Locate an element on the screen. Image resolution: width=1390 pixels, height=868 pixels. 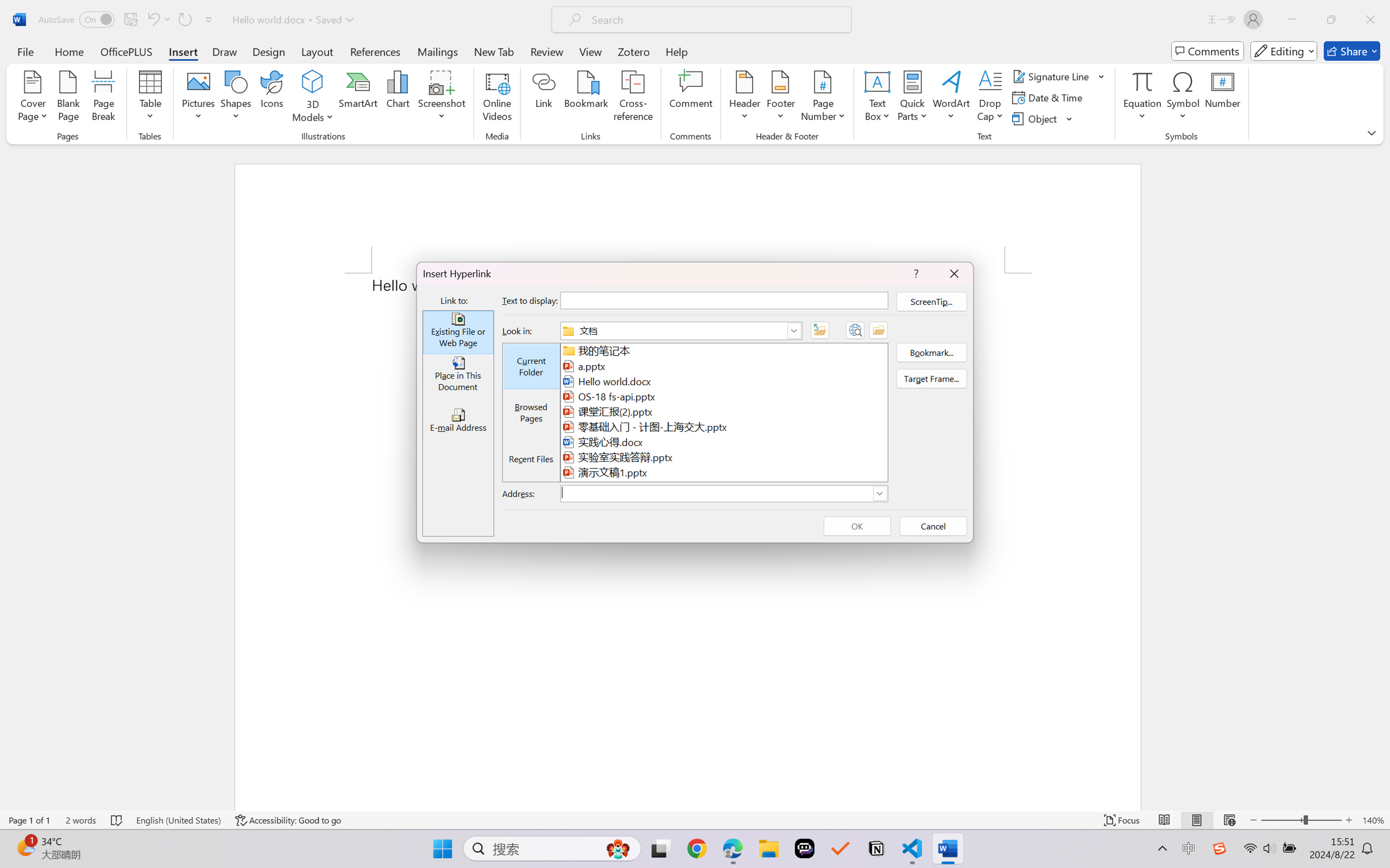
'Browse for File' is located at coordinates (878, 330).